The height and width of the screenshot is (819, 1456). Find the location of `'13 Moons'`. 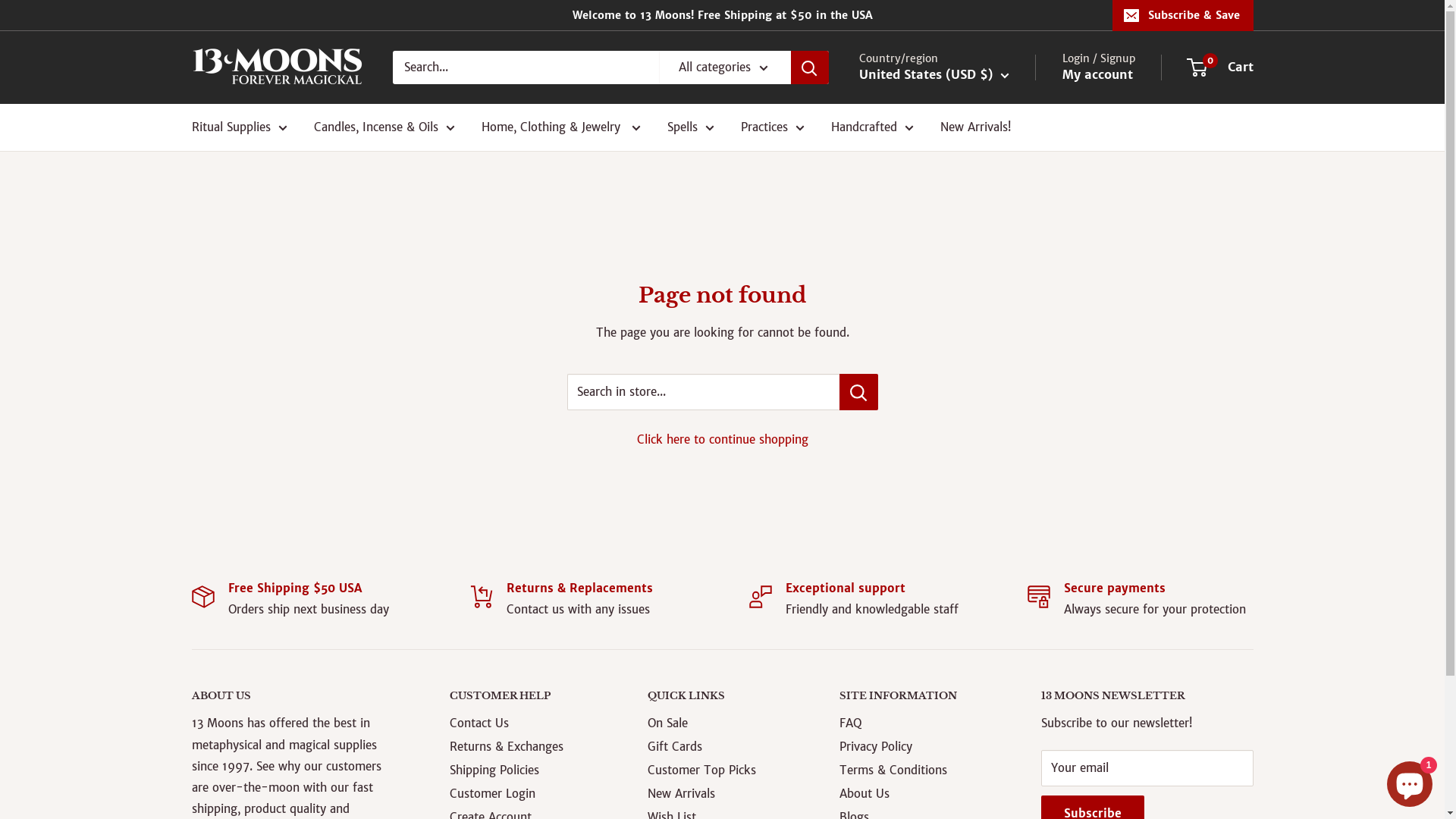

'13 Moons' is located at coordinates (276, 66).